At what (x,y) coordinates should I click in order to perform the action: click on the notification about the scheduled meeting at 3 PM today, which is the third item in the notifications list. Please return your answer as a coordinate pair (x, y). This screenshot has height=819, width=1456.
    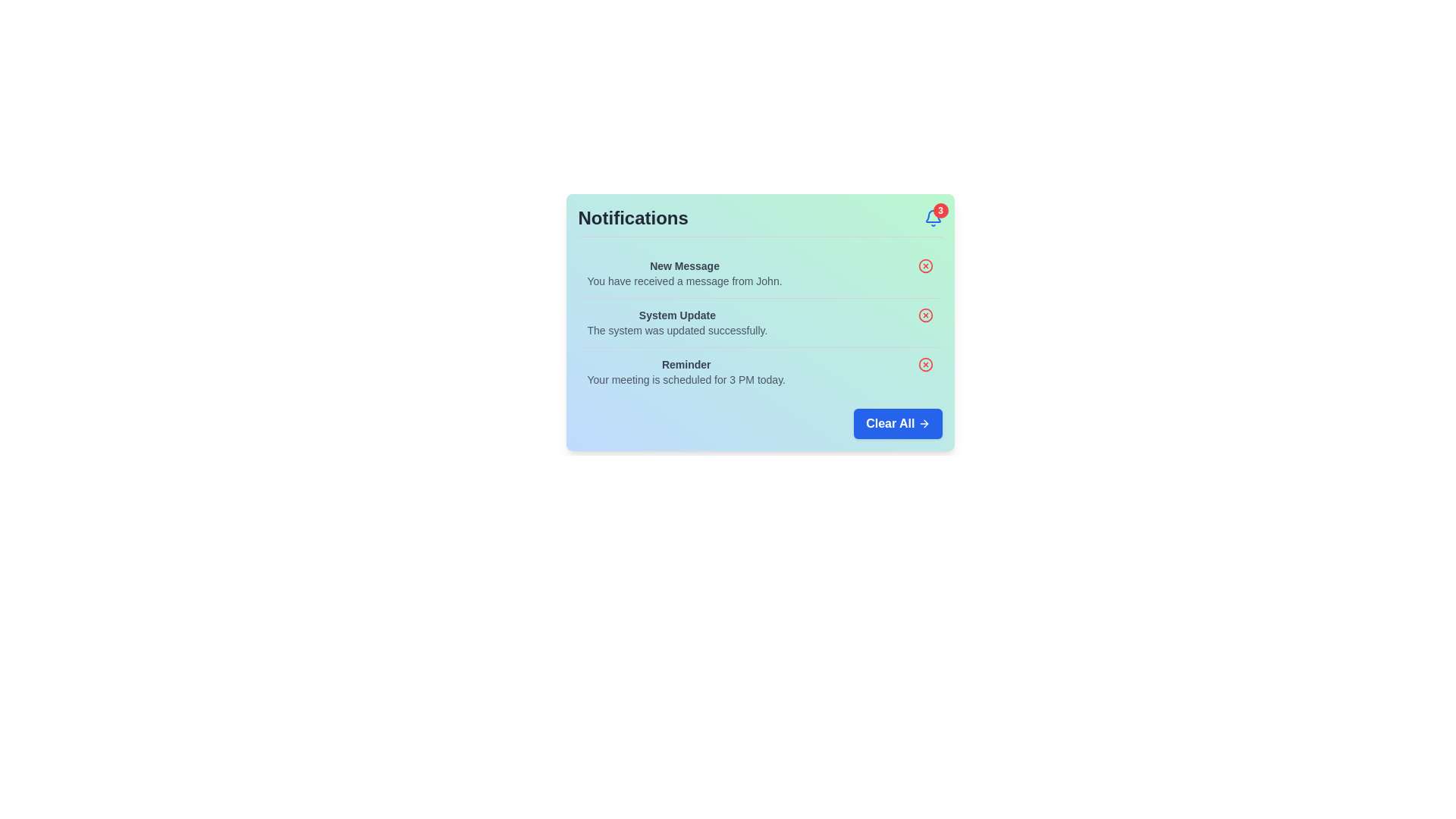
    Looking at the image, I should click on (686, 372).